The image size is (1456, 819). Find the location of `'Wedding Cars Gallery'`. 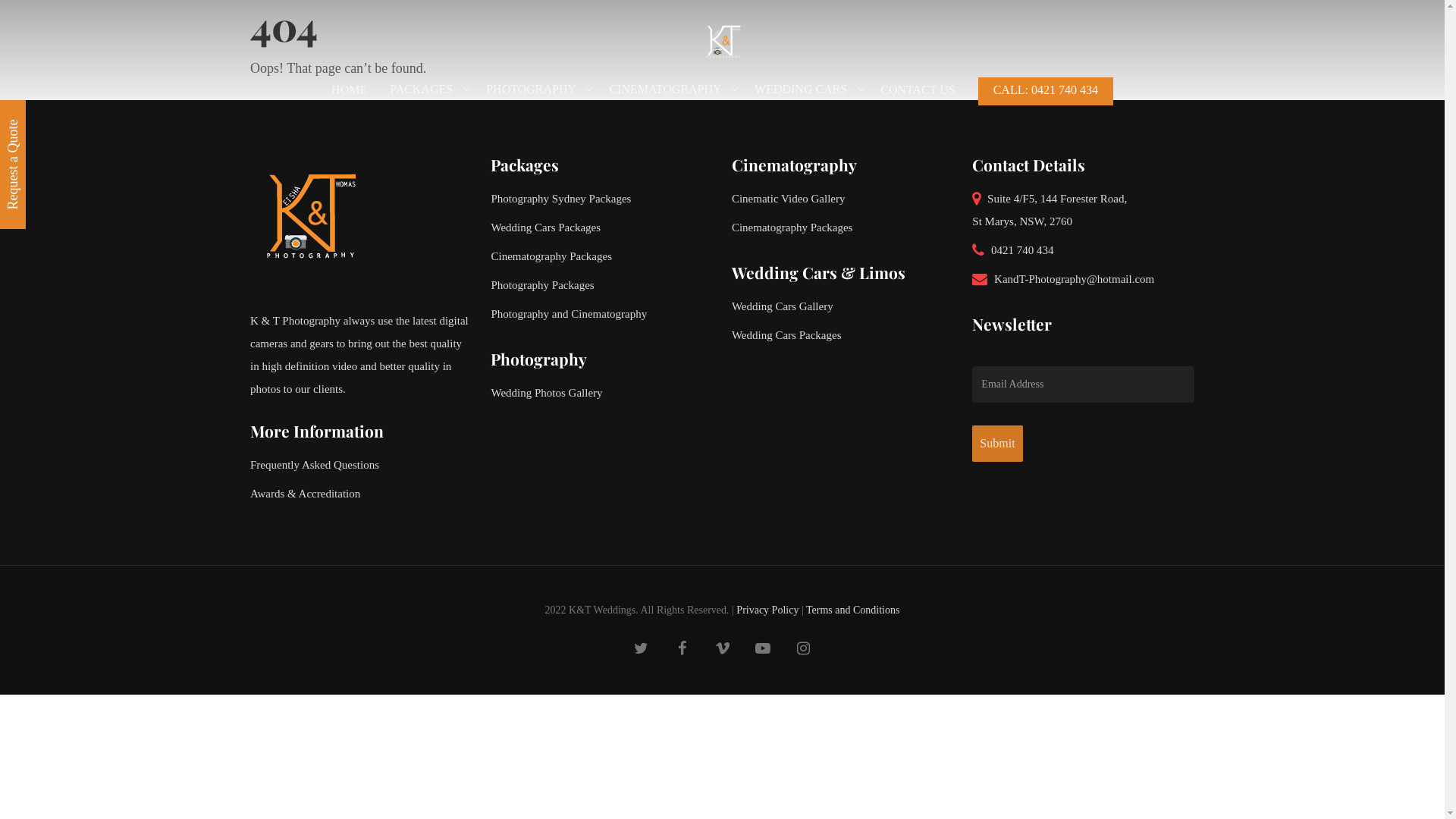

'Wedding Cars Gallery' is located at coordinates (842, 306).